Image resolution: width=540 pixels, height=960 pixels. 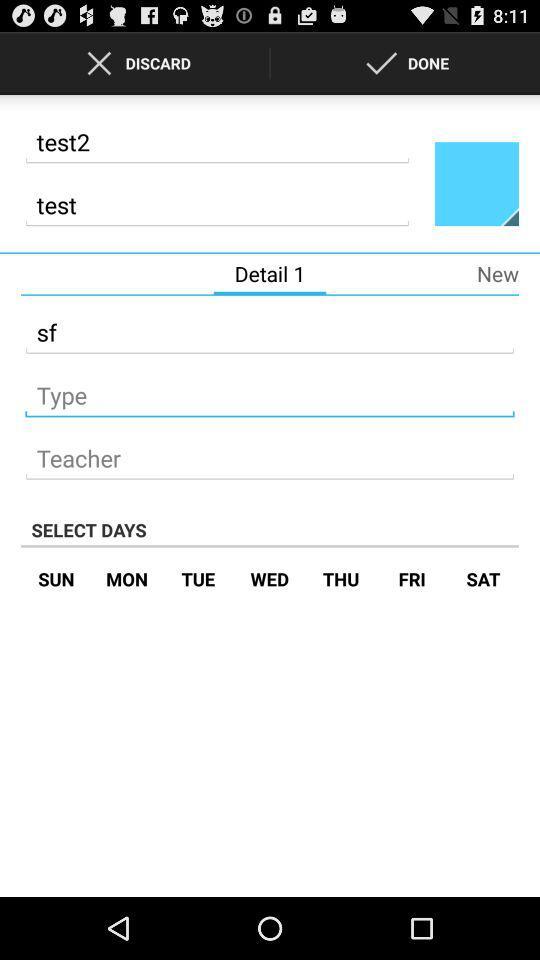 What do you see at coordinates (475, 183) in the screenshot?
I see `color` at bounding box center [475, 183].